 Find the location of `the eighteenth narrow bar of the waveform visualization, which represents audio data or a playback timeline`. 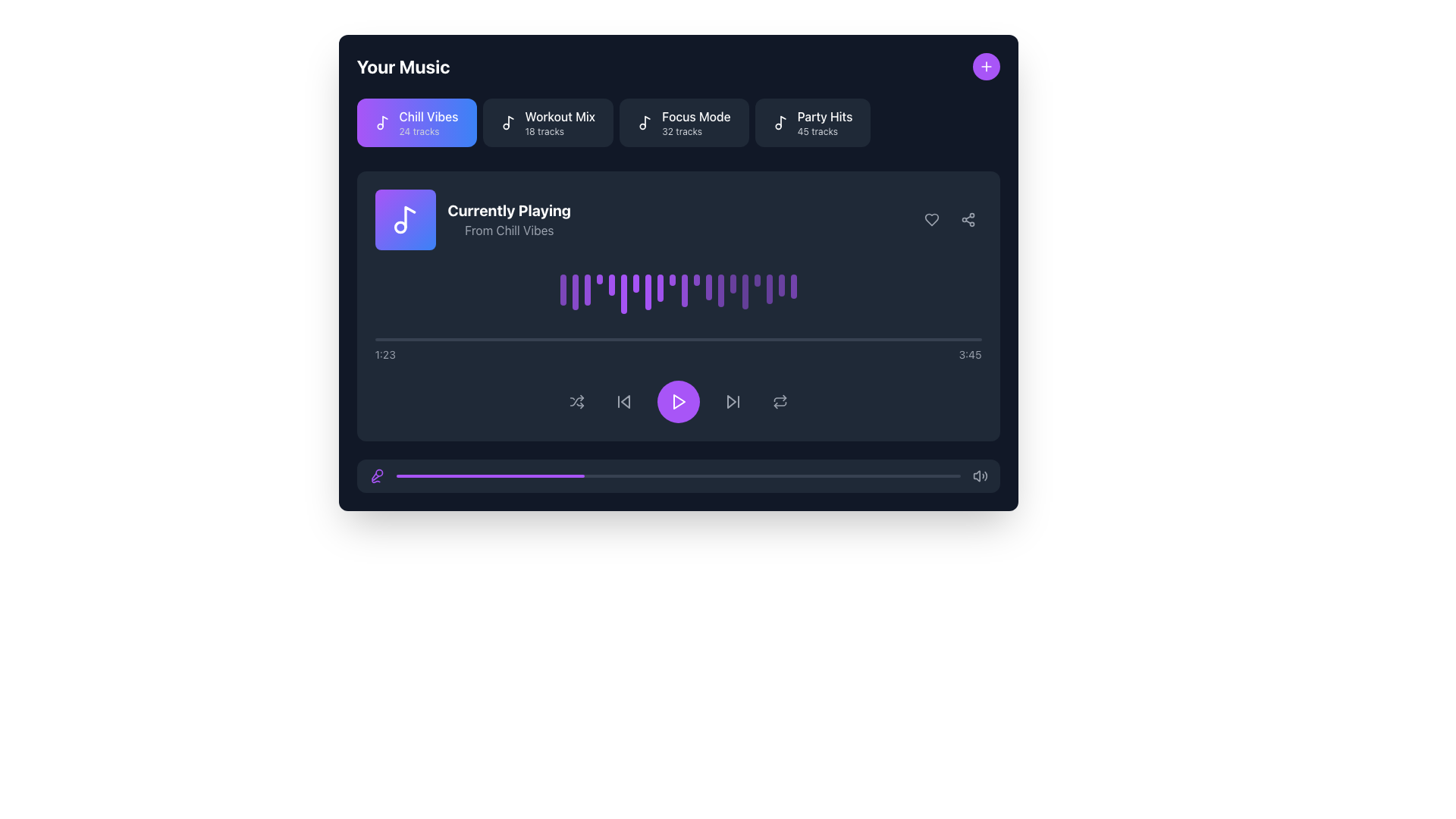

the eighteenth narrow bar of the waveform visualization, which represents audio data or a playback timeline is located at coordinates (781, 285).